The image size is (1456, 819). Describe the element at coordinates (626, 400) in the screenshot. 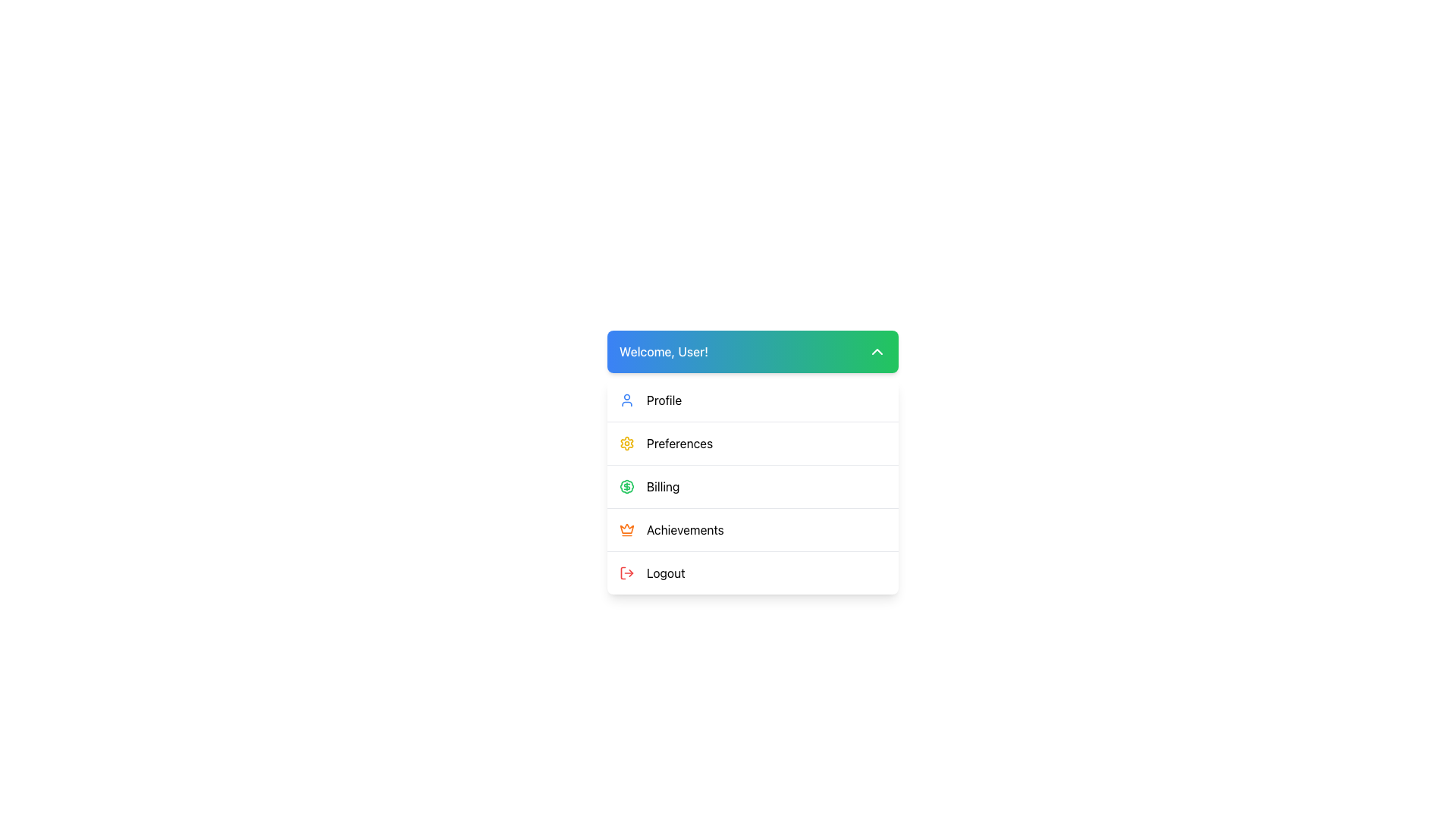

I see `the user silhouette icon styled in blue, located to the left of the 'Profile' text in the dropdown menu under 'Welcome, User!'` at that location.